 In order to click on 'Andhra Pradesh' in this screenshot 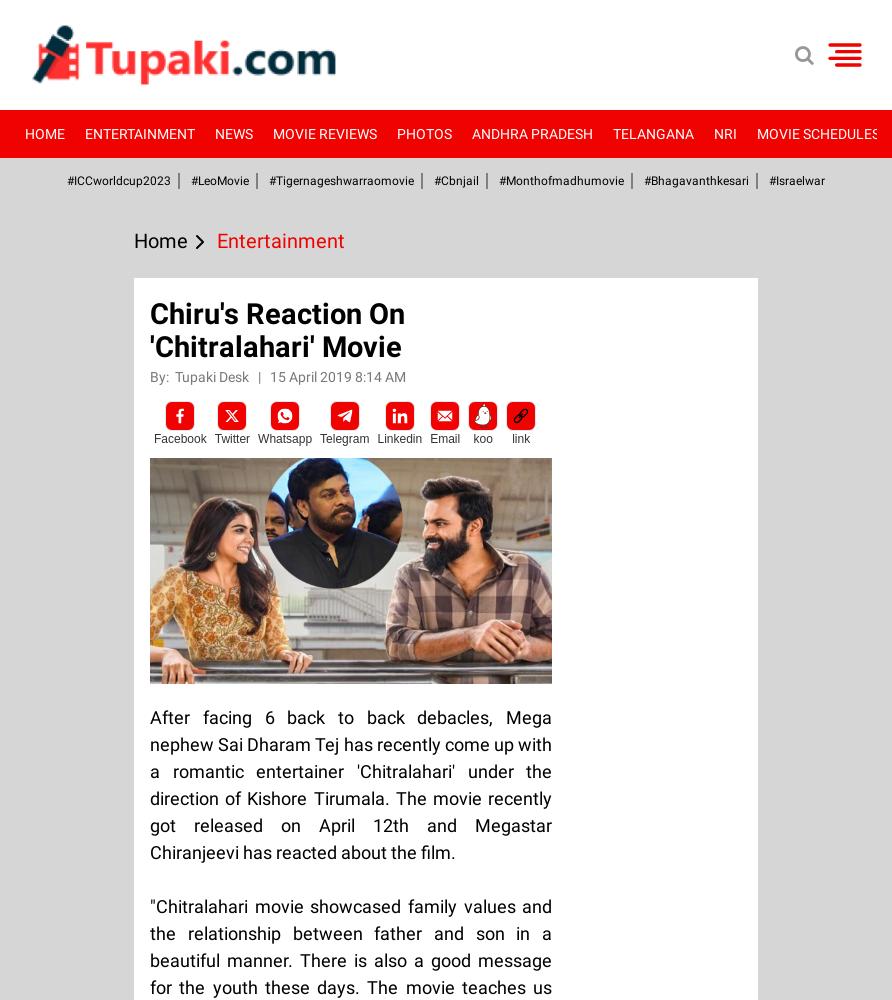, I will do `click(532, 134)`.